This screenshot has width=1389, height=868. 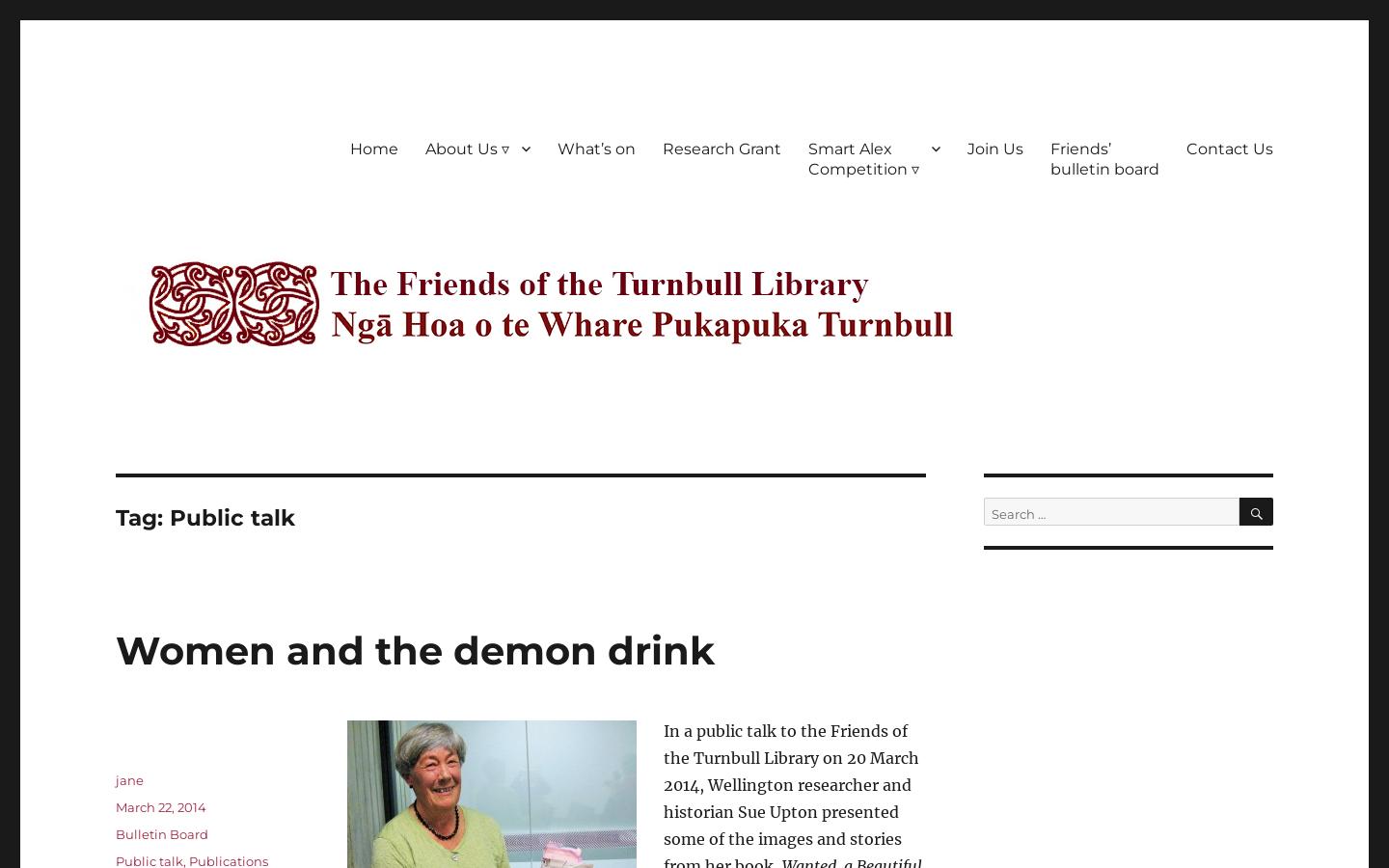 I want to click on 'About Us ▿', so click(x=425, y=148).